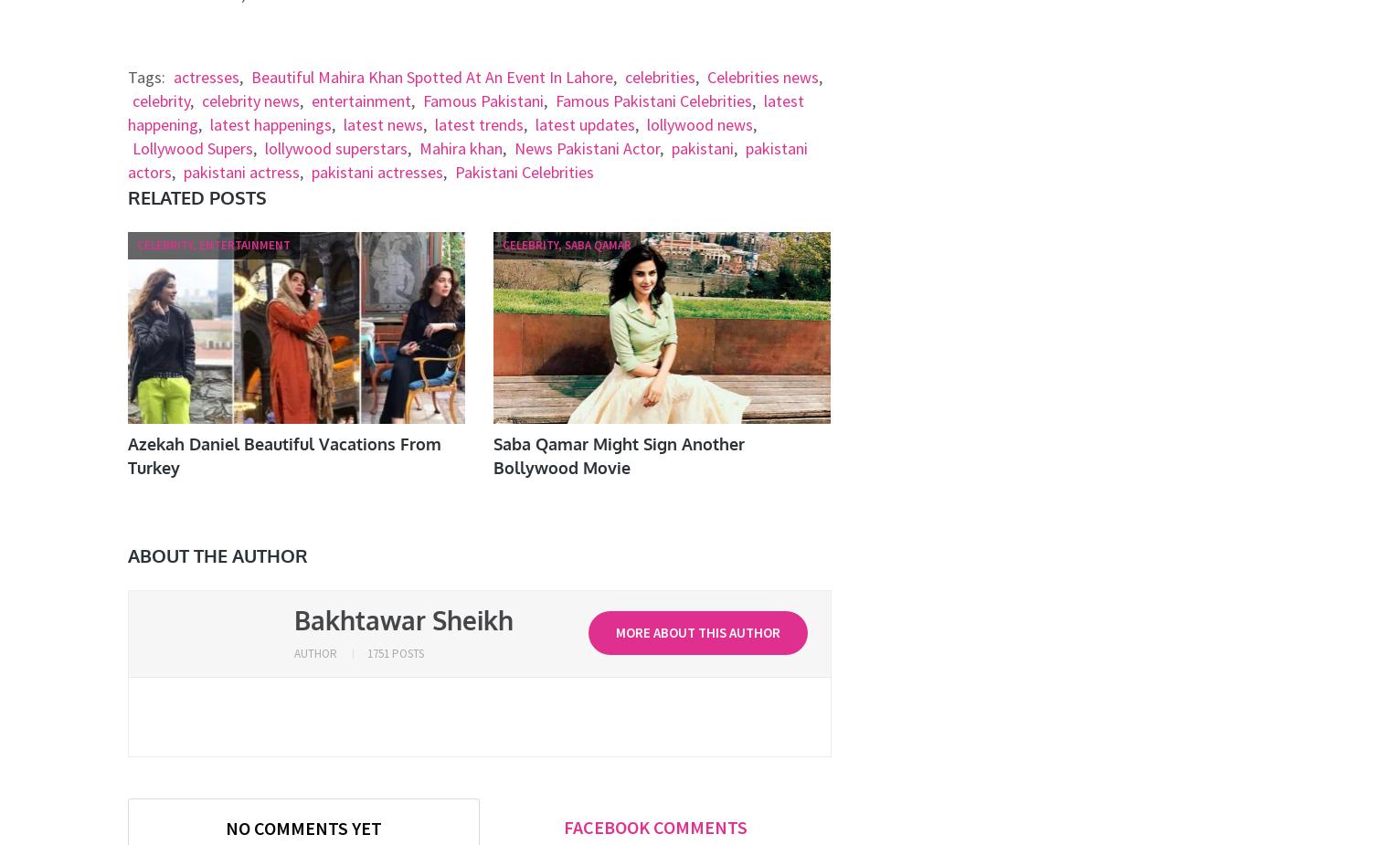  Describe the element at coordinates (249, 100) in the screenshot. I see `'celebrity news'` at that location.